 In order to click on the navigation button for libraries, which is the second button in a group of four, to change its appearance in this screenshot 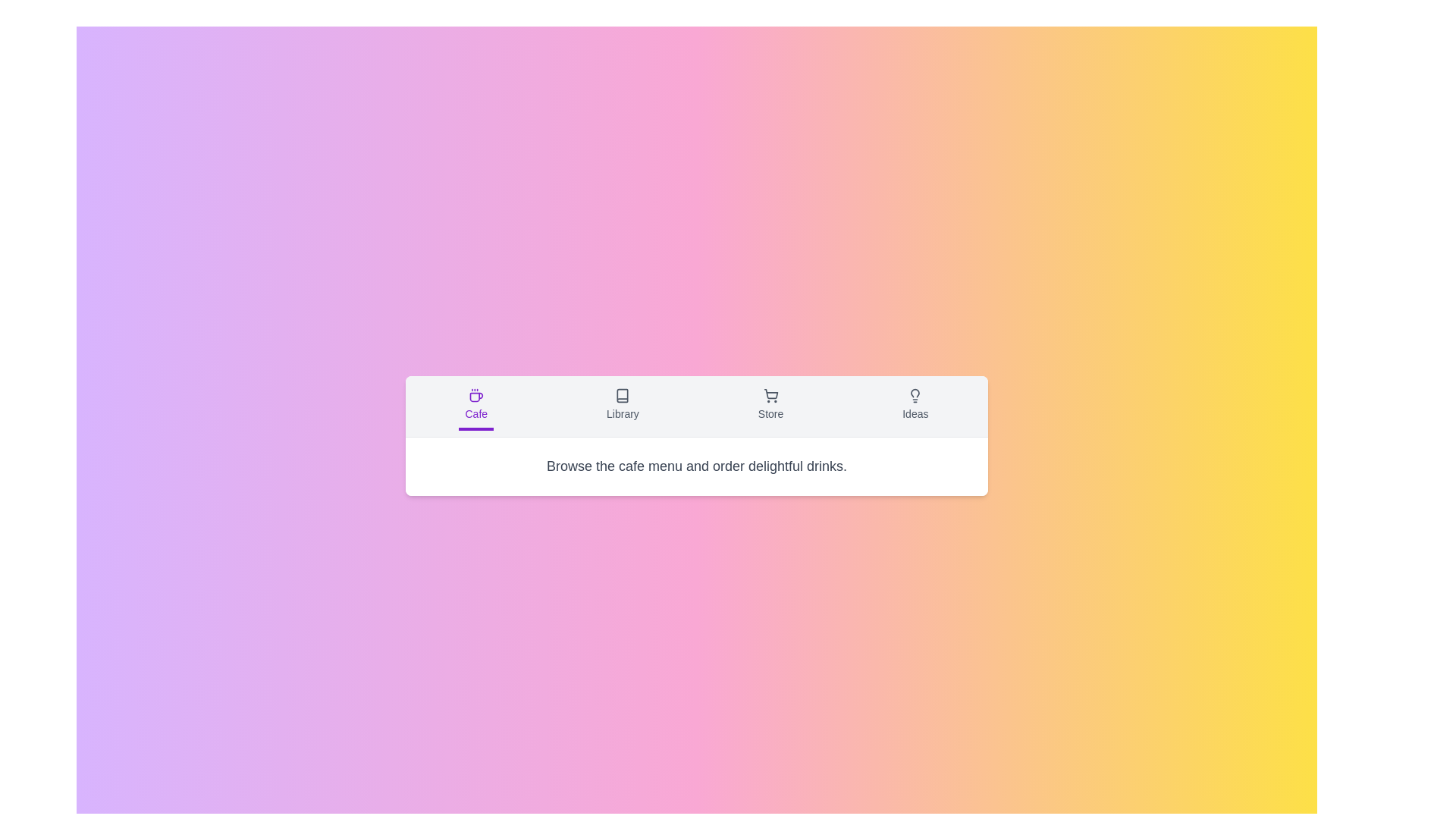, I will do `click(623, 405)`.